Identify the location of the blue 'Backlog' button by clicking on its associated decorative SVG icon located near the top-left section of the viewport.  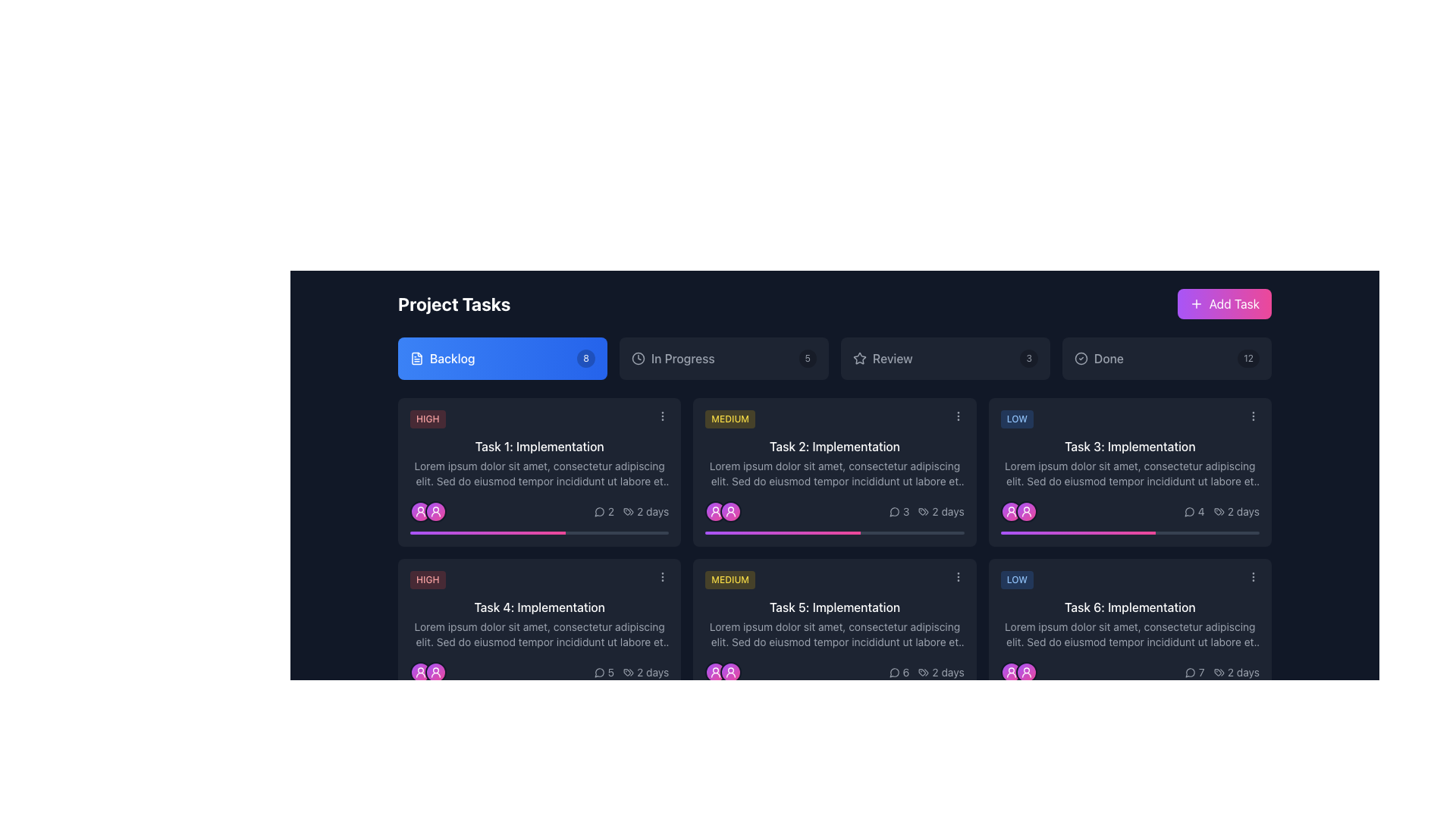
(417, 359).